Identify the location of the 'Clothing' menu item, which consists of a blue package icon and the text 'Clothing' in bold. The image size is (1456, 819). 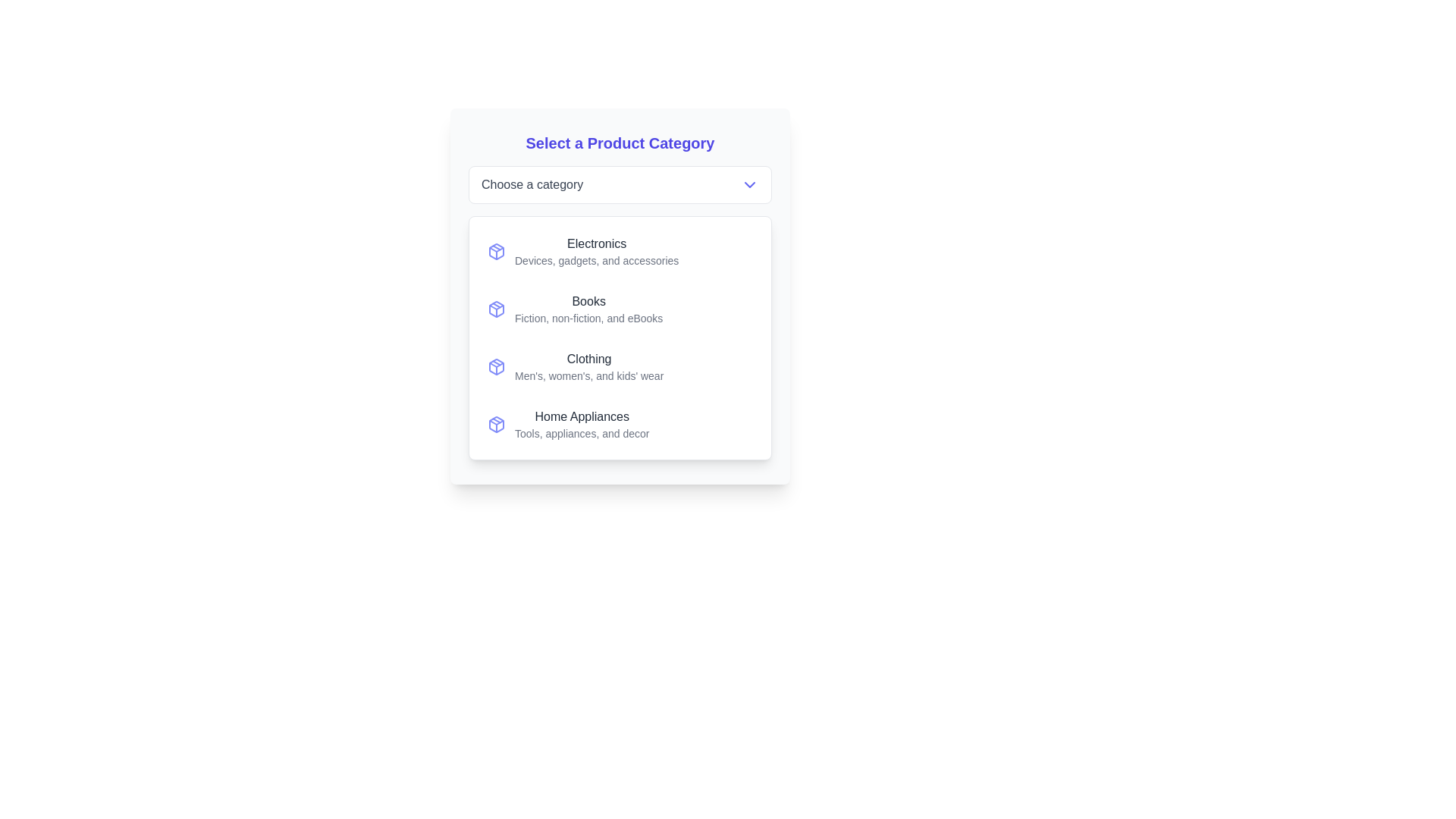
(575, 366).